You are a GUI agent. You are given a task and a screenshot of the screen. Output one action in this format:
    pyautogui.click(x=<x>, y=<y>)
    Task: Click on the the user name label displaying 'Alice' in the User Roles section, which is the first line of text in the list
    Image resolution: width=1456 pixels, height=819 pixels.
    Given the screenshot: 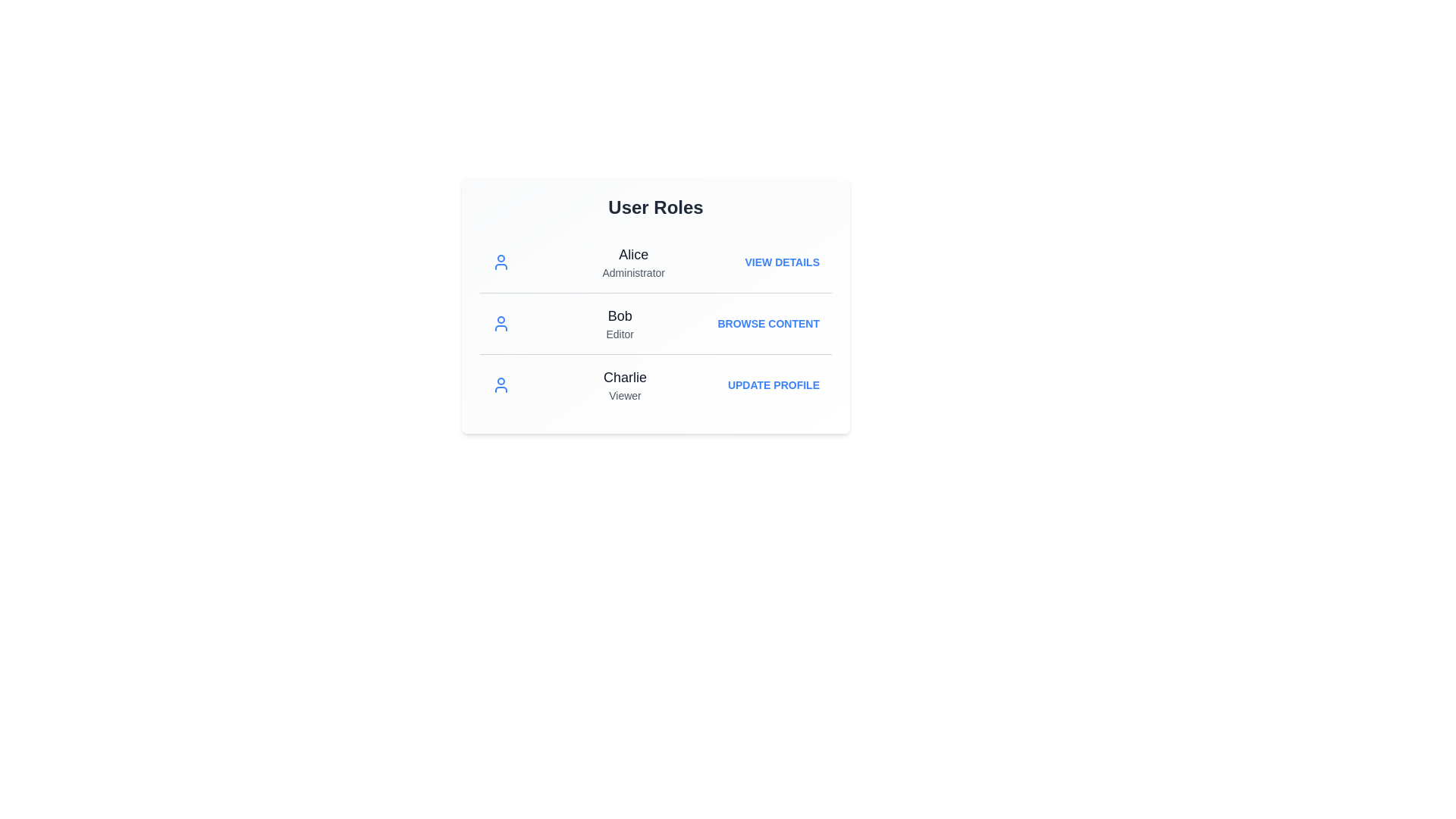 What is the action you would take?
    pyautogui.click(x=633, y=253)
    